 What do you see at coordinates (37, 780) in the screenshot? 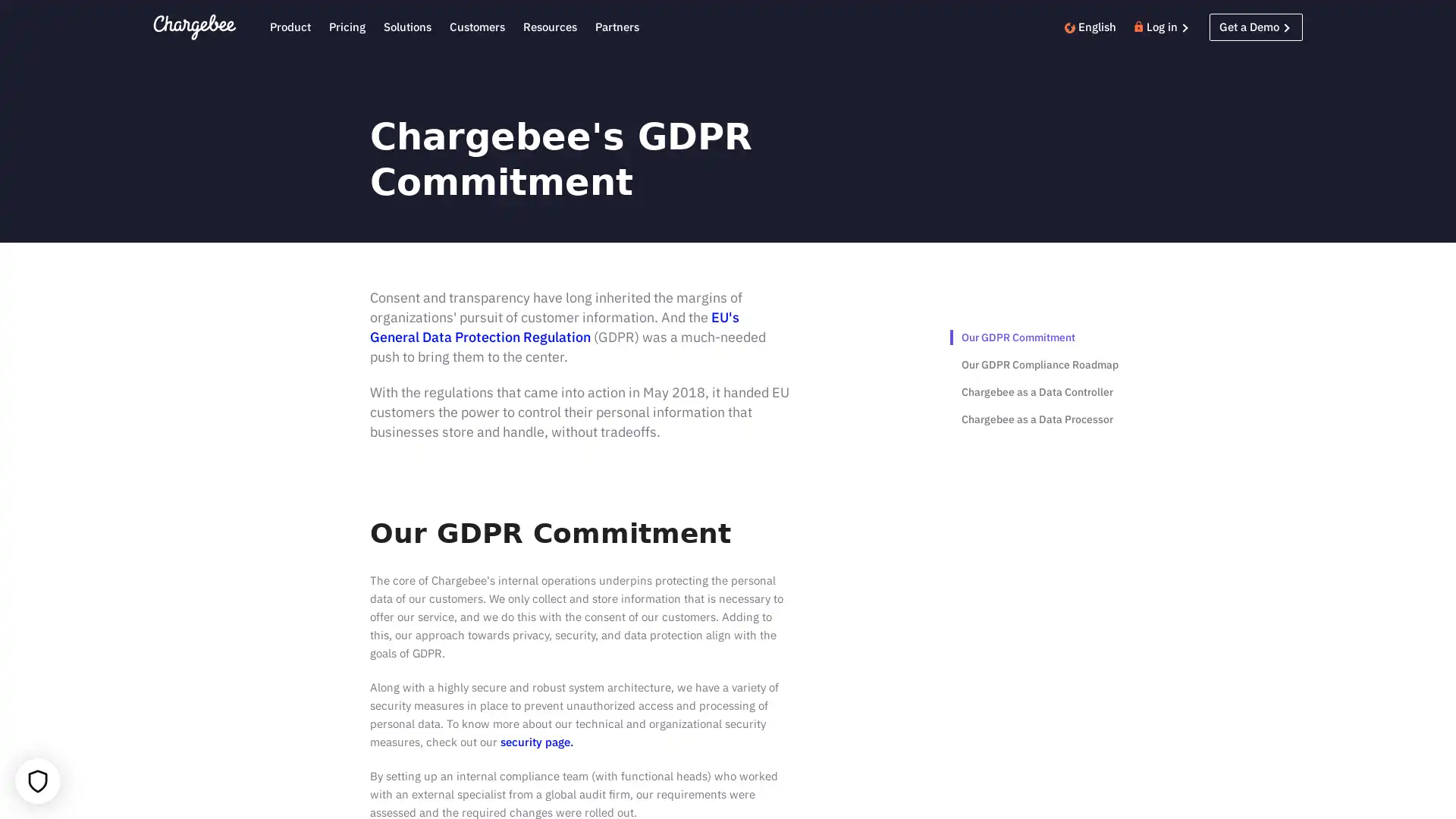
I see `Your cookie settings` at bounding box center [37, 780].